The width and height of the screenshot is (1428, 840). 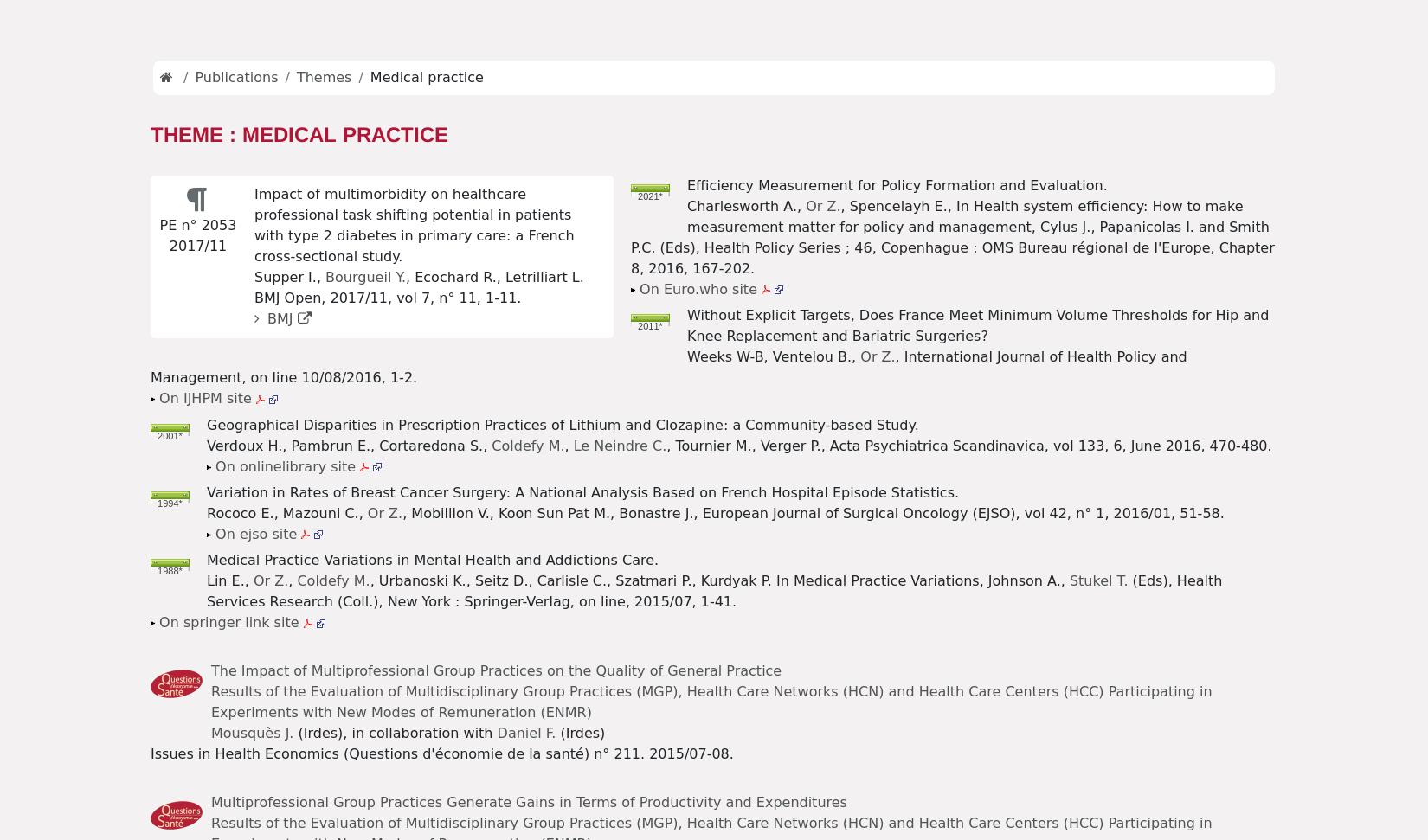 What do you see at coordinates (355, 700) in the screenshot?
I see `'How good is the quality of health care in France?'` at bounding box center [355, 700].